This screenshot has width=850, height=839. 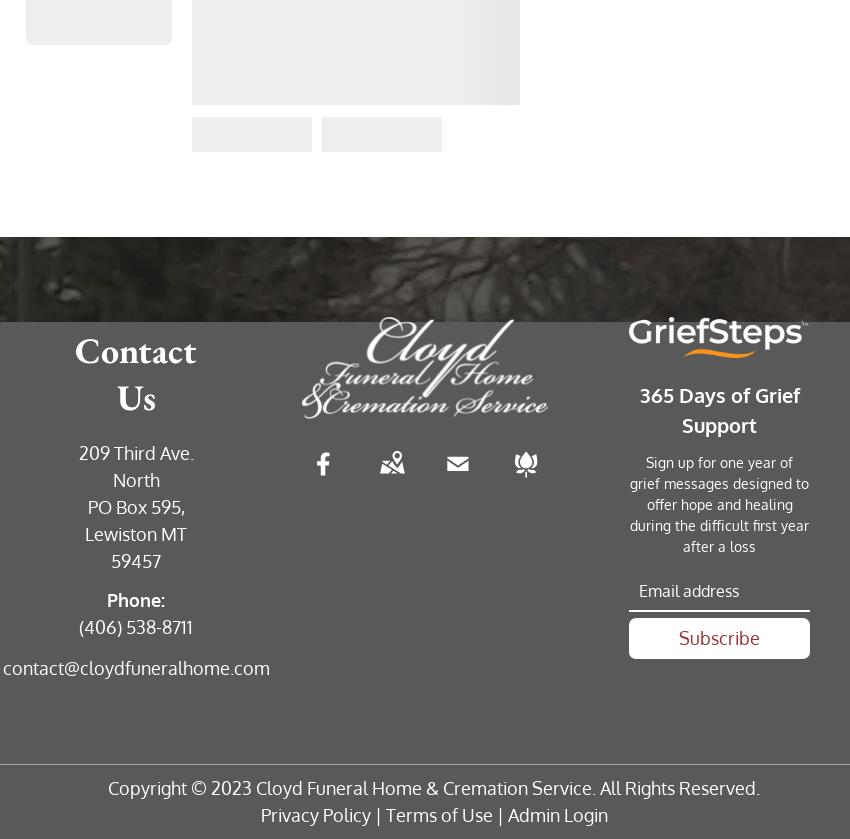 I want to click on 'Admin Login', so click(x=557, y=814).